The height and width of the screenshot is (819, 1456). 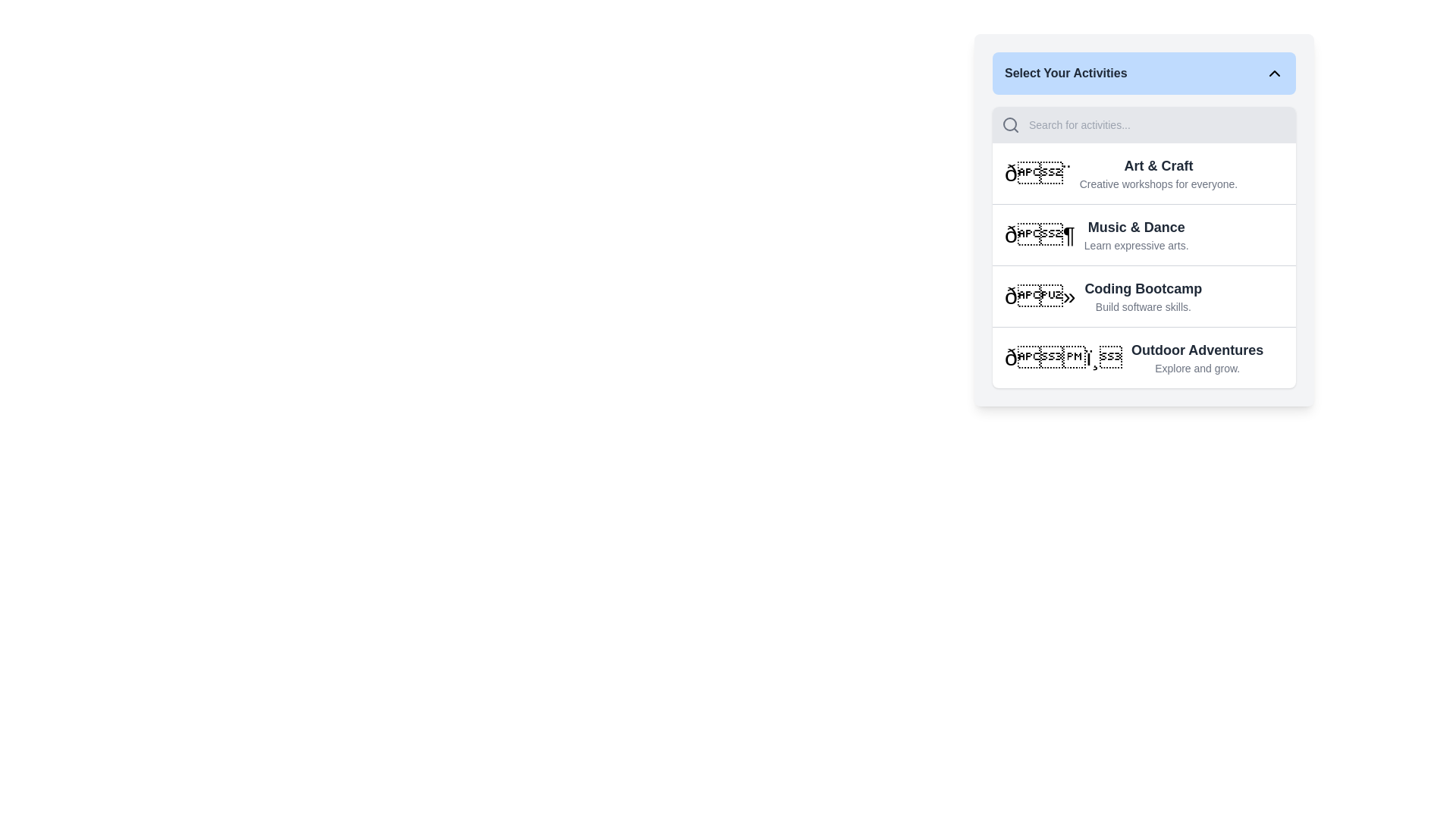 I want to click on the 'Music & Dance' option in the list, so click(x=1135, y=234).